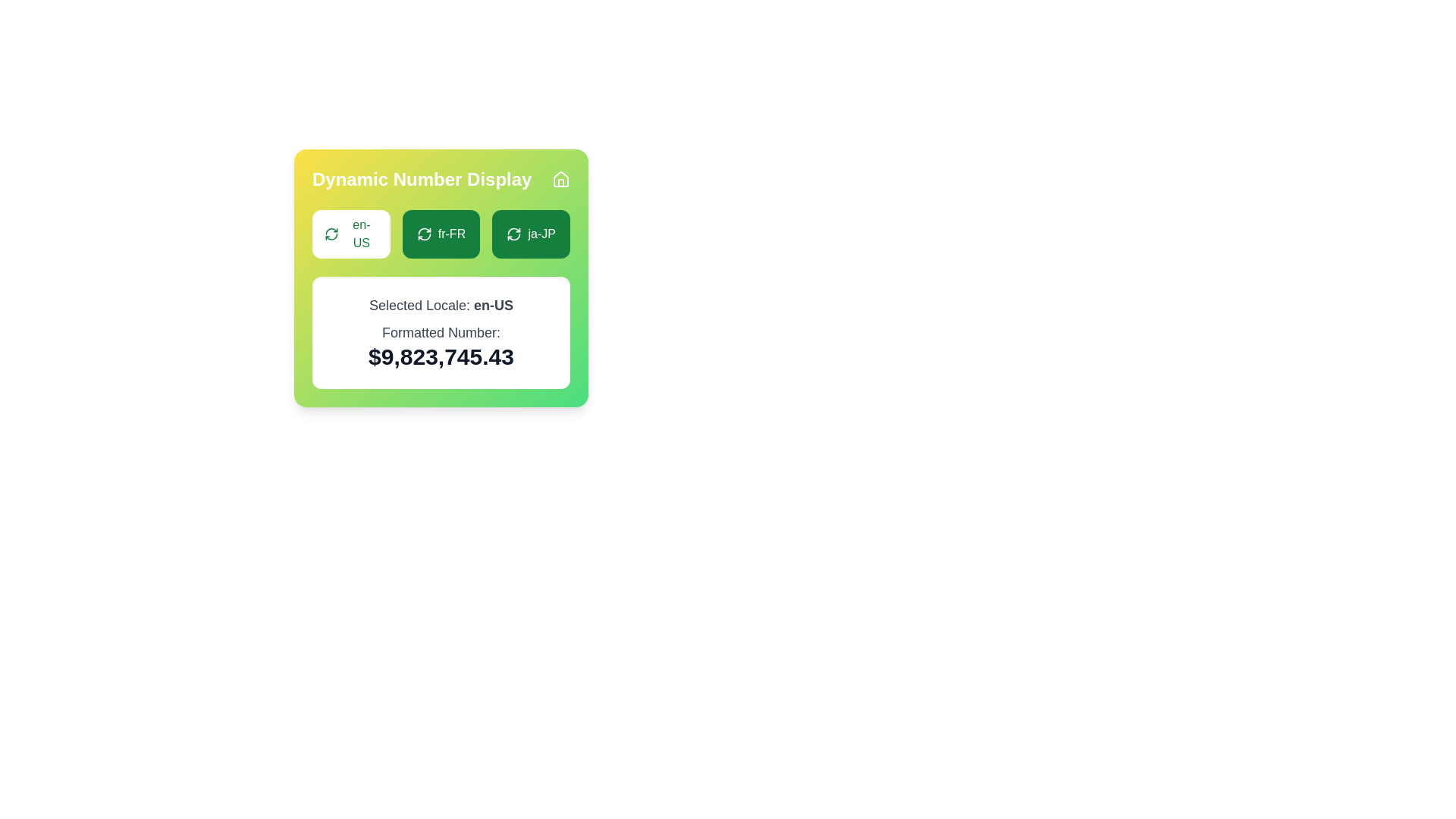 The width and height of the screenshot is (1456, 819). Describe the element at coordinates (531, 234) in the screenshot. I see `the button that selects the 'ja-JP' locale option` at that location.